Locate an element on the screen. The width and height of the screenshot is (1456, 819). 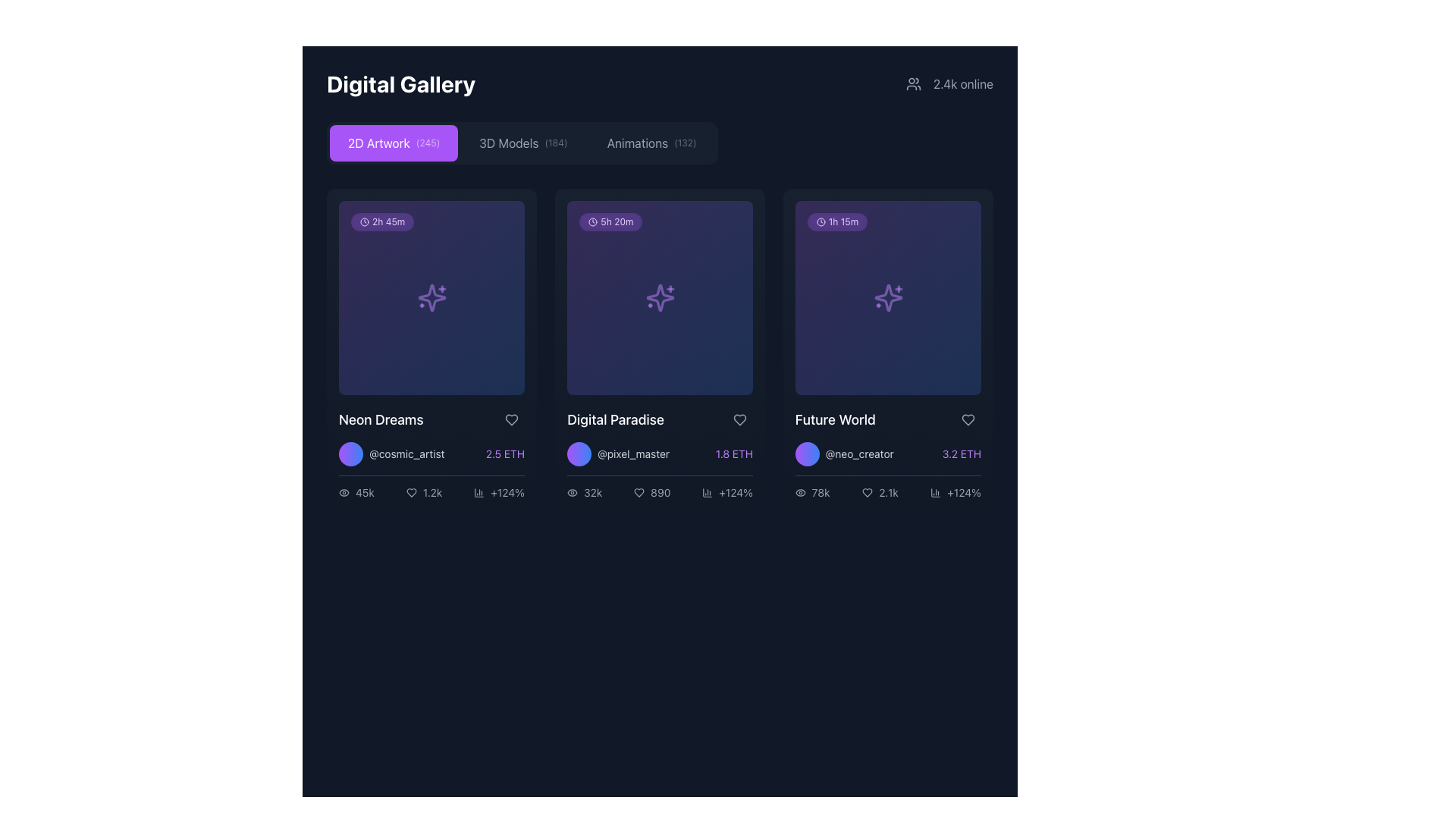
the Icon and Text Group displaying the SVG bar chart icon and the text '+124%' located at the bottom-right part of the 'Neon Dreams' card, which is the third metric in that section is located at coordinates (499, 493).